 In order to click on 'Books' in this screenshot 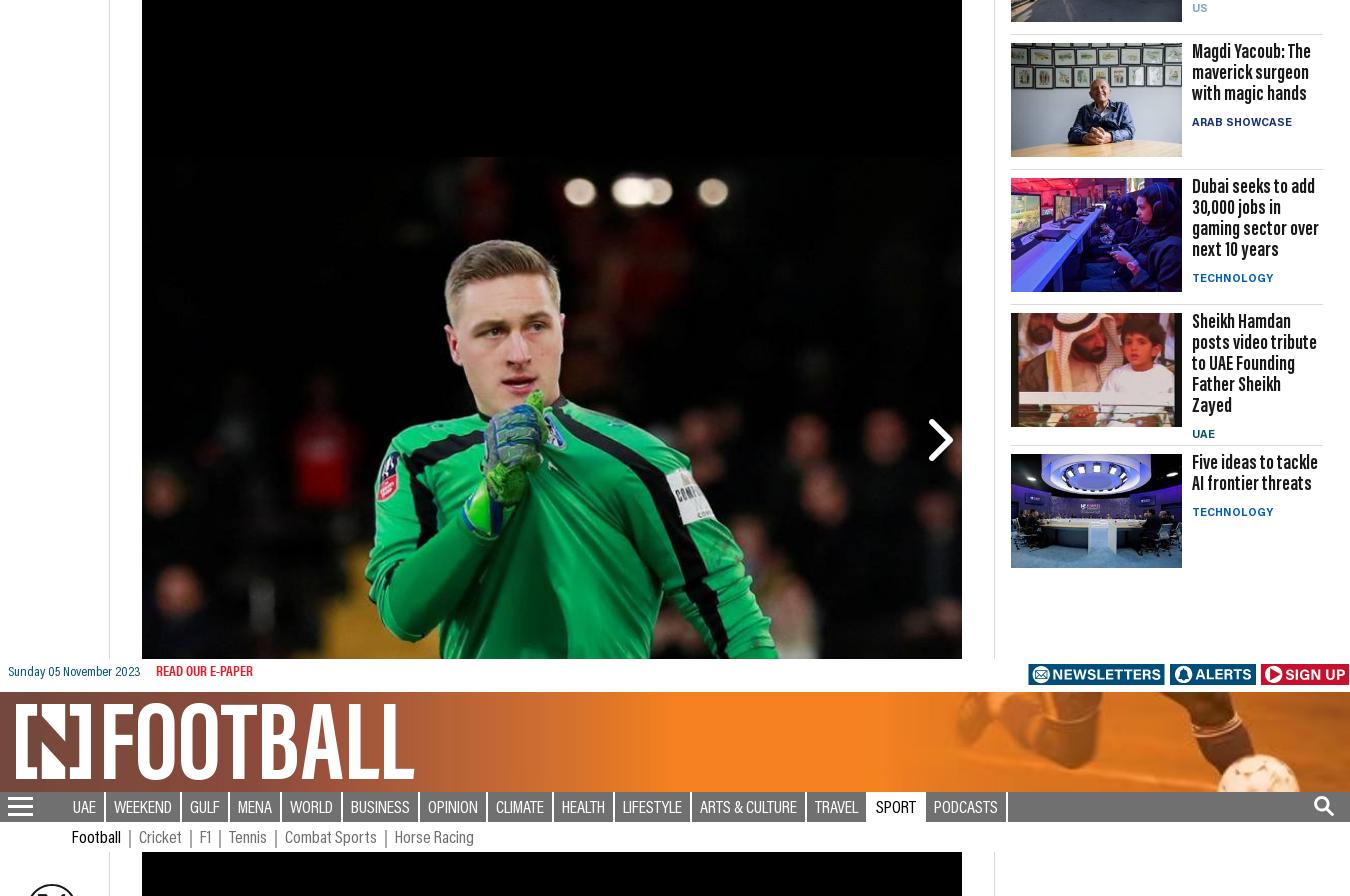, I will do `click(1029, 770)`.